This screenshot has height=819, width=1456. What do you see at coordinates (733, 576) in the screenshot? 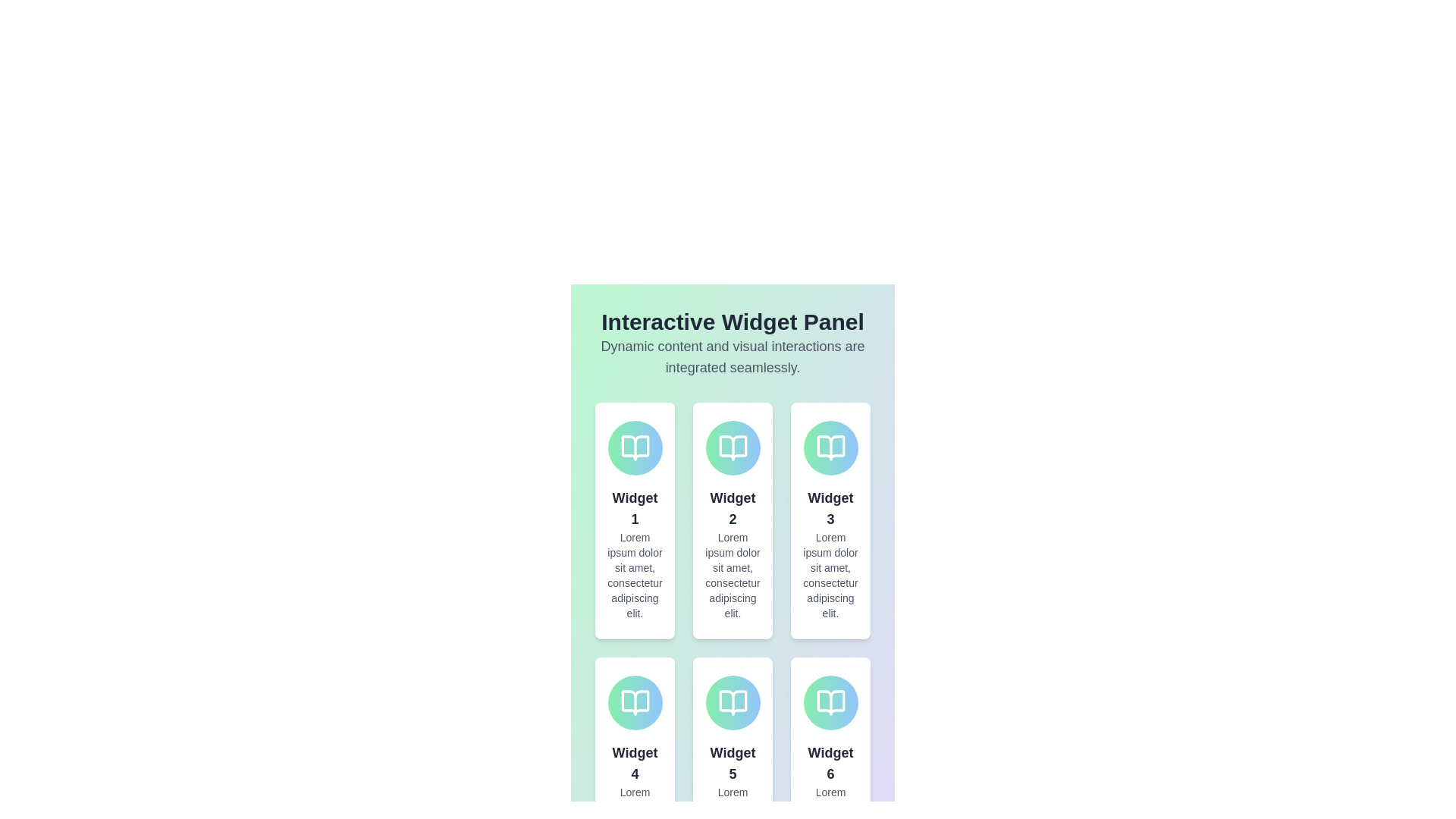
I see `the text block that reads 'Lorem ipsum dolor sit amet, consectetur adipiscing elit.' to trigger a tooltip` at bounding box center [733, 576].